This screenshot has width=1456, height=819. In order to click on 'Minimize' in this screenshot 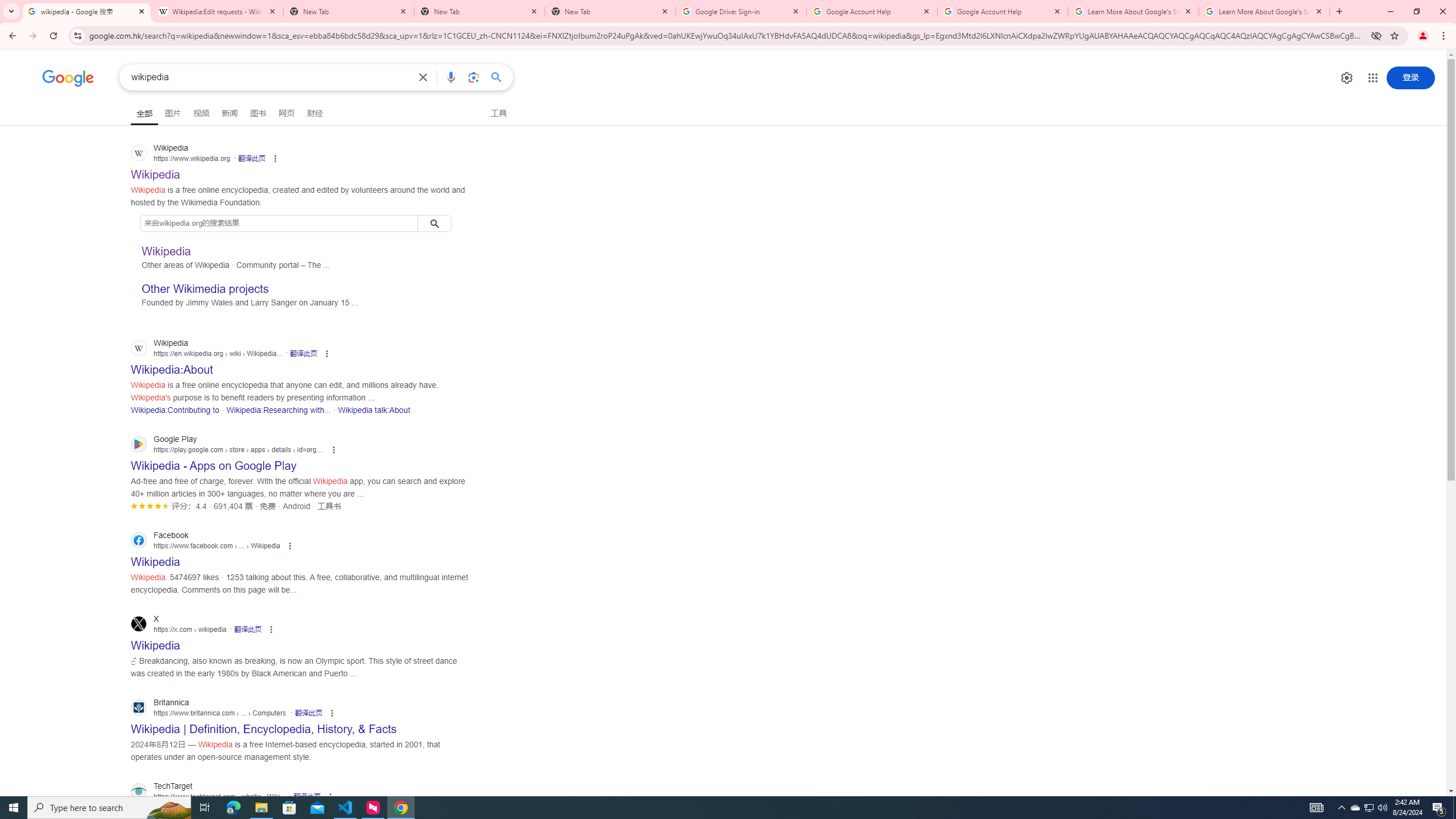, I will do `click(1389, 11)`.